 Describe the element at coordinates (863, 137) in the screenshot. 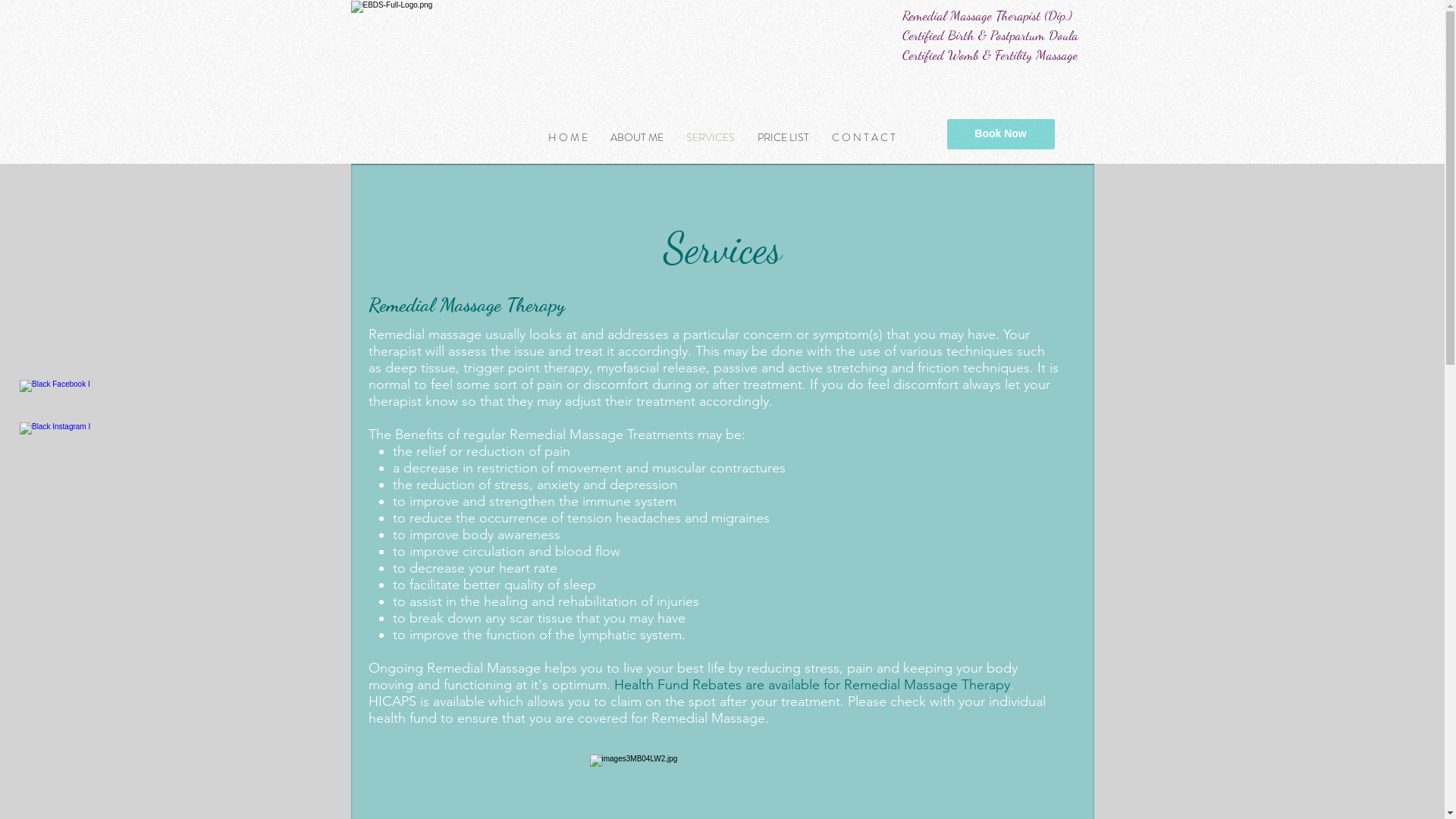

I see `'C O N T A C T'` at that location.